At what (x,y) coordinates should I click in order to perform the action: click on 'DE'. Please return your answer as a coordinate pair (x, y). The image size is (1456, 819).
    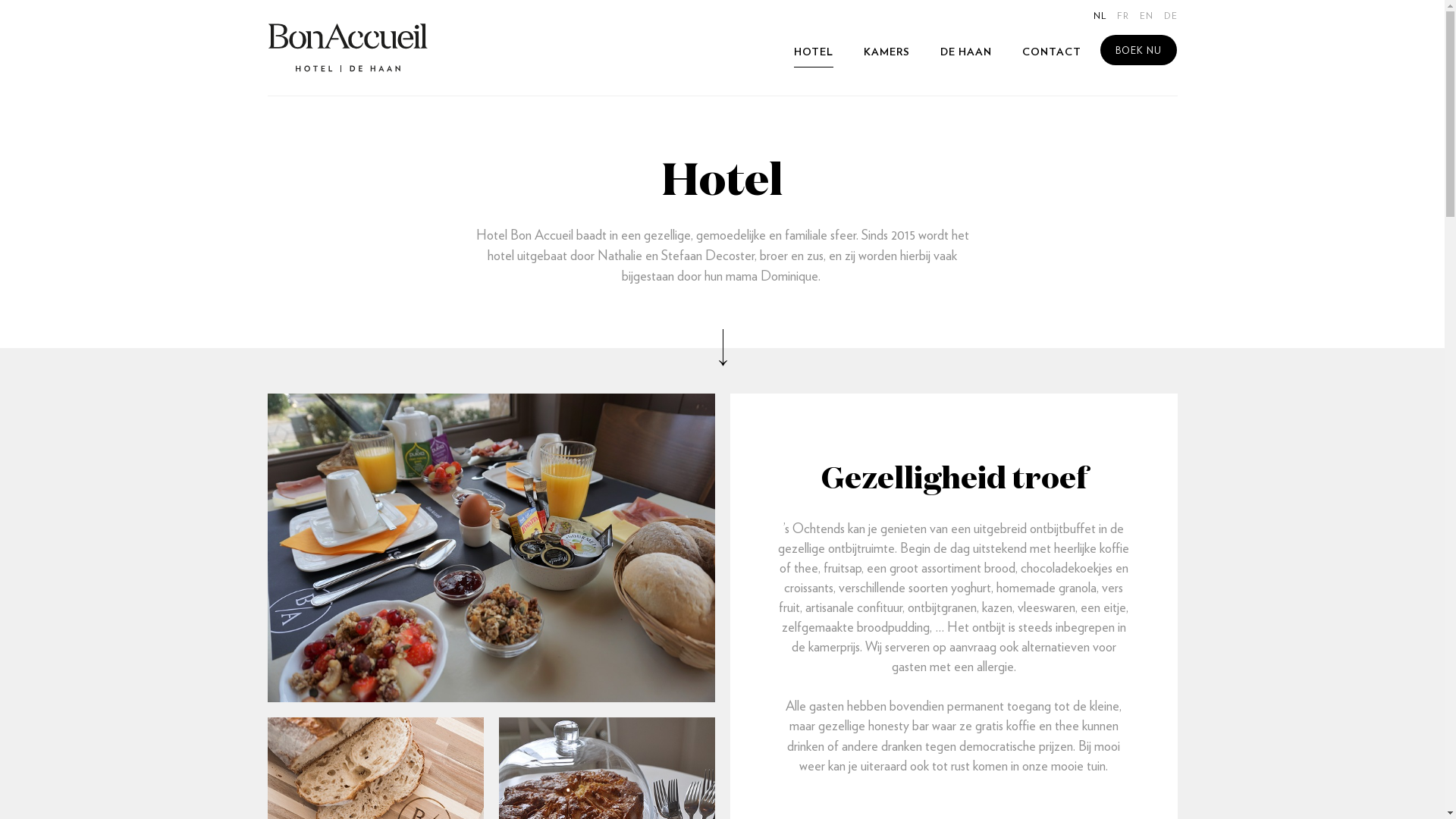
    Looking at the image, I should click on (1169, 16).